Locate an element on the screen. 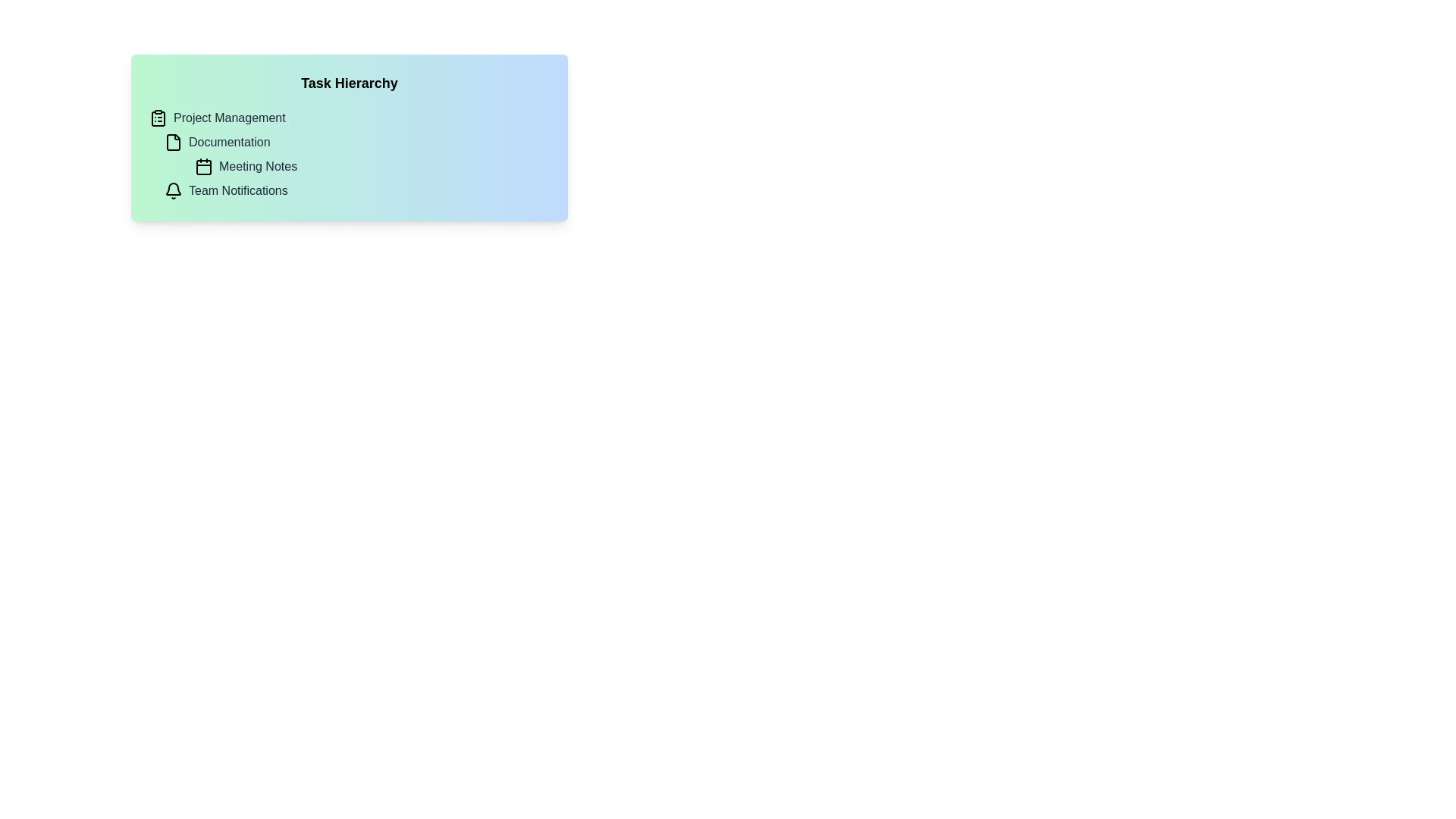 This screenshot has width=1456, height=819. the text label 'Meeting Notes' which is styled with a medium font weight and gray color, located under the 'Task Hierarchy' section, between 'Documentation' and 'Team Notifications' is located at coordinates (258, 166).